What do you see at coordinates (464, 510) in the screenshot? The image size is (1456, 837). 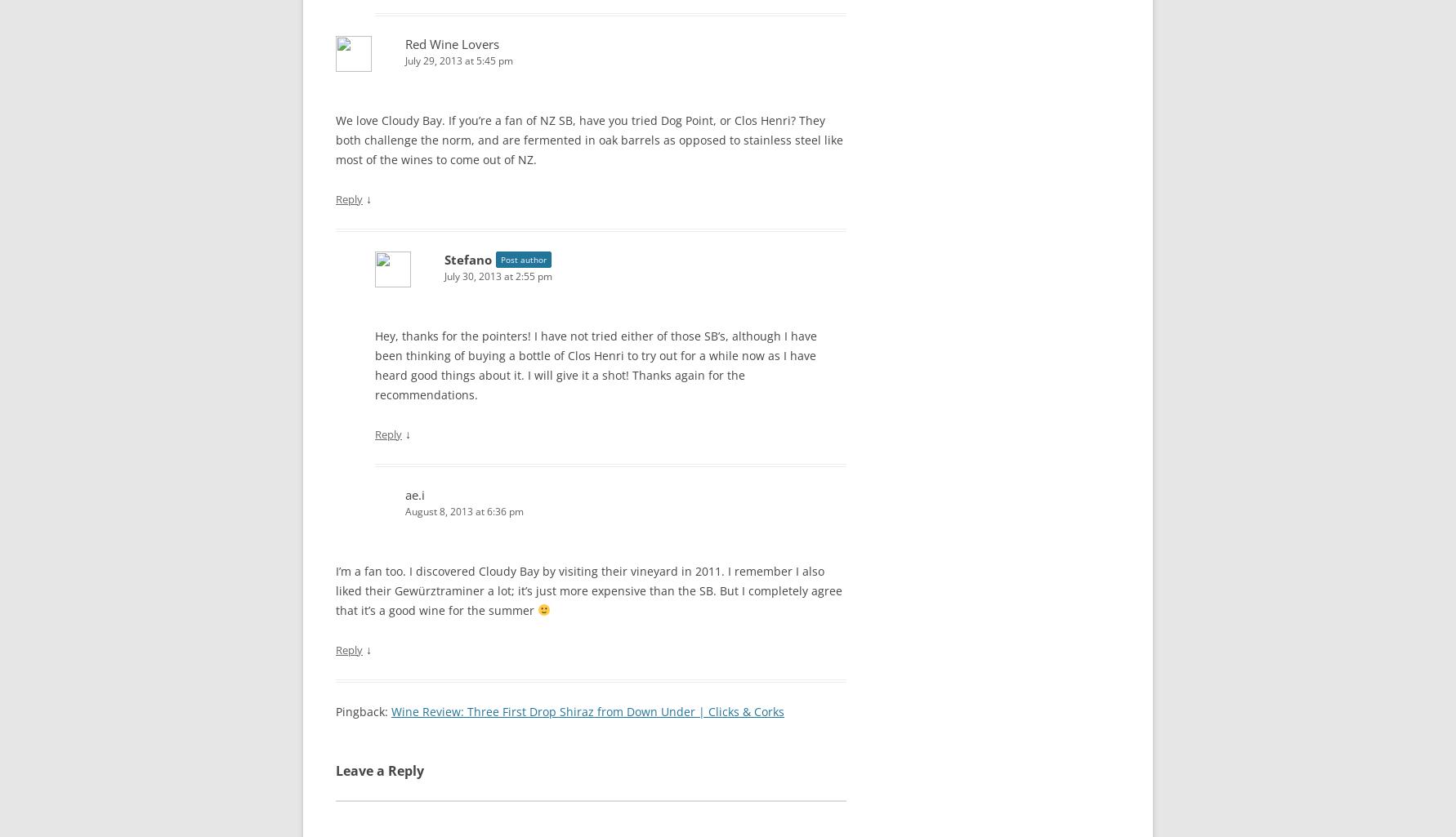 I see `'August 8, 2013 at 6:36 pm'` at bounding box center [464, 510].